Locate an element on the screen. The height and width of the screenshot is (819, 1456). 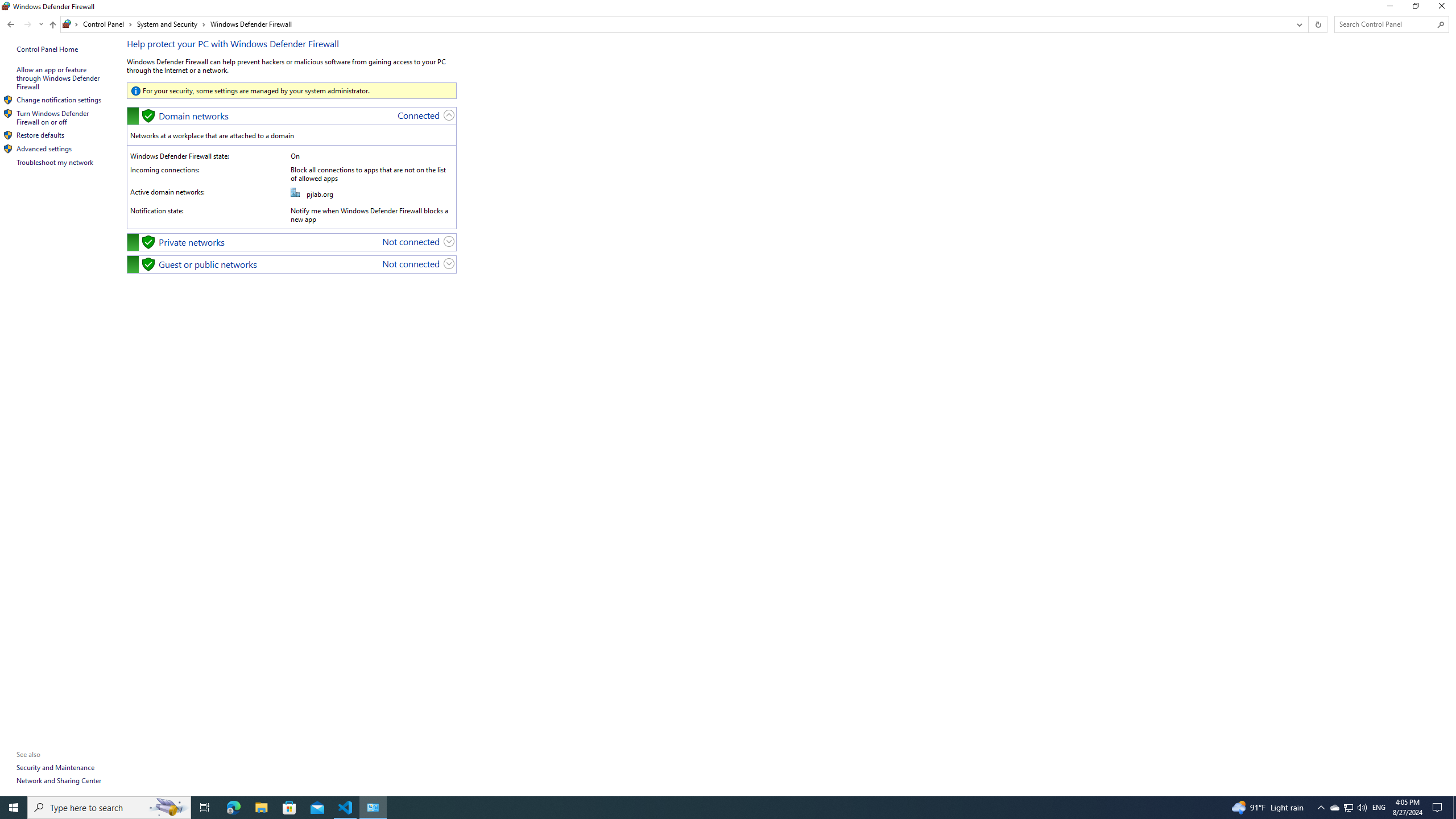
'Connected' is located at coordinates (418, 115).